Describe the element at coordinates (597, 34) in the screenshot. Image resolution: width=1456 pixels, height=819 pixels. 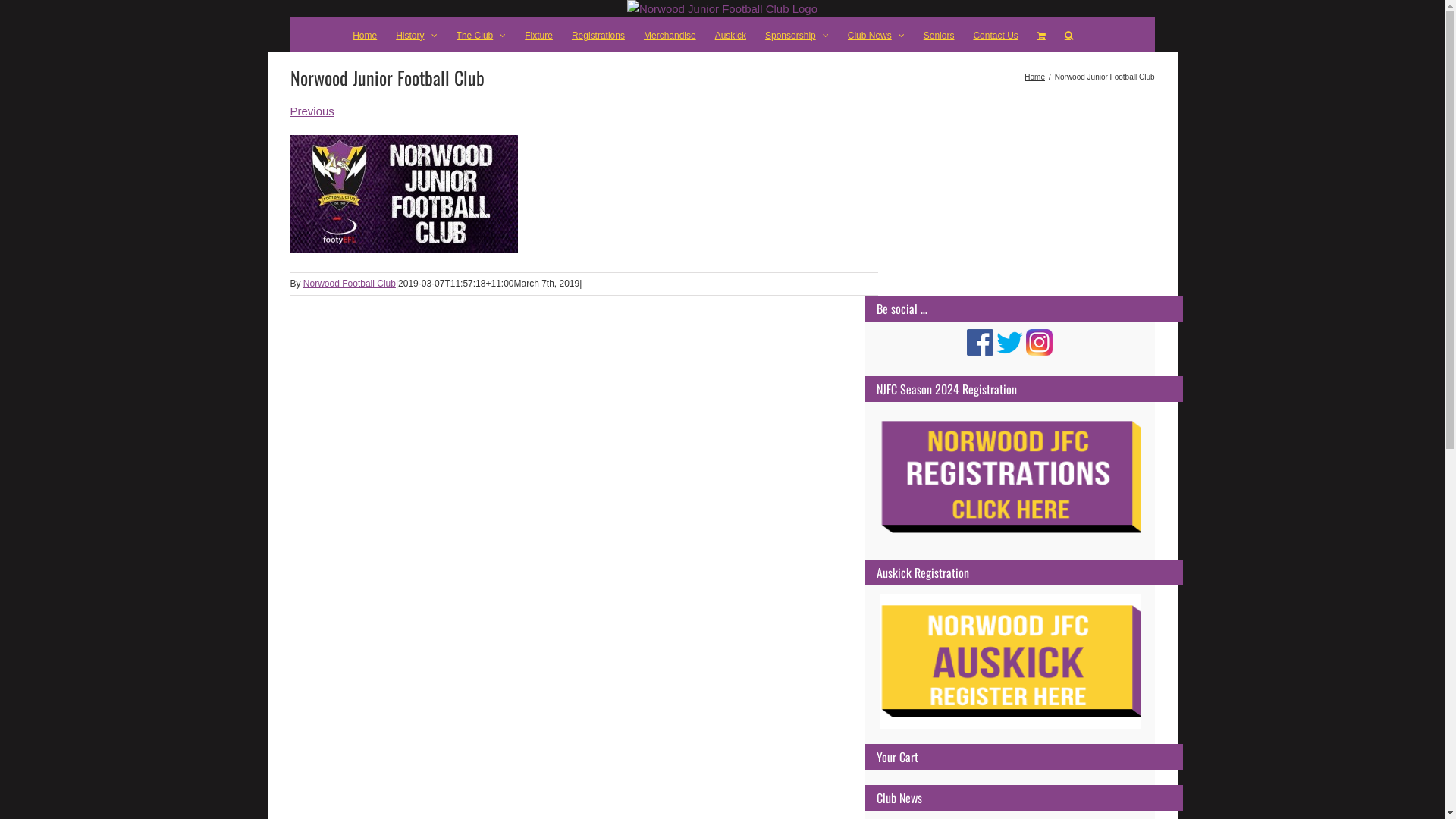
I see `'Registrations'` at that location.